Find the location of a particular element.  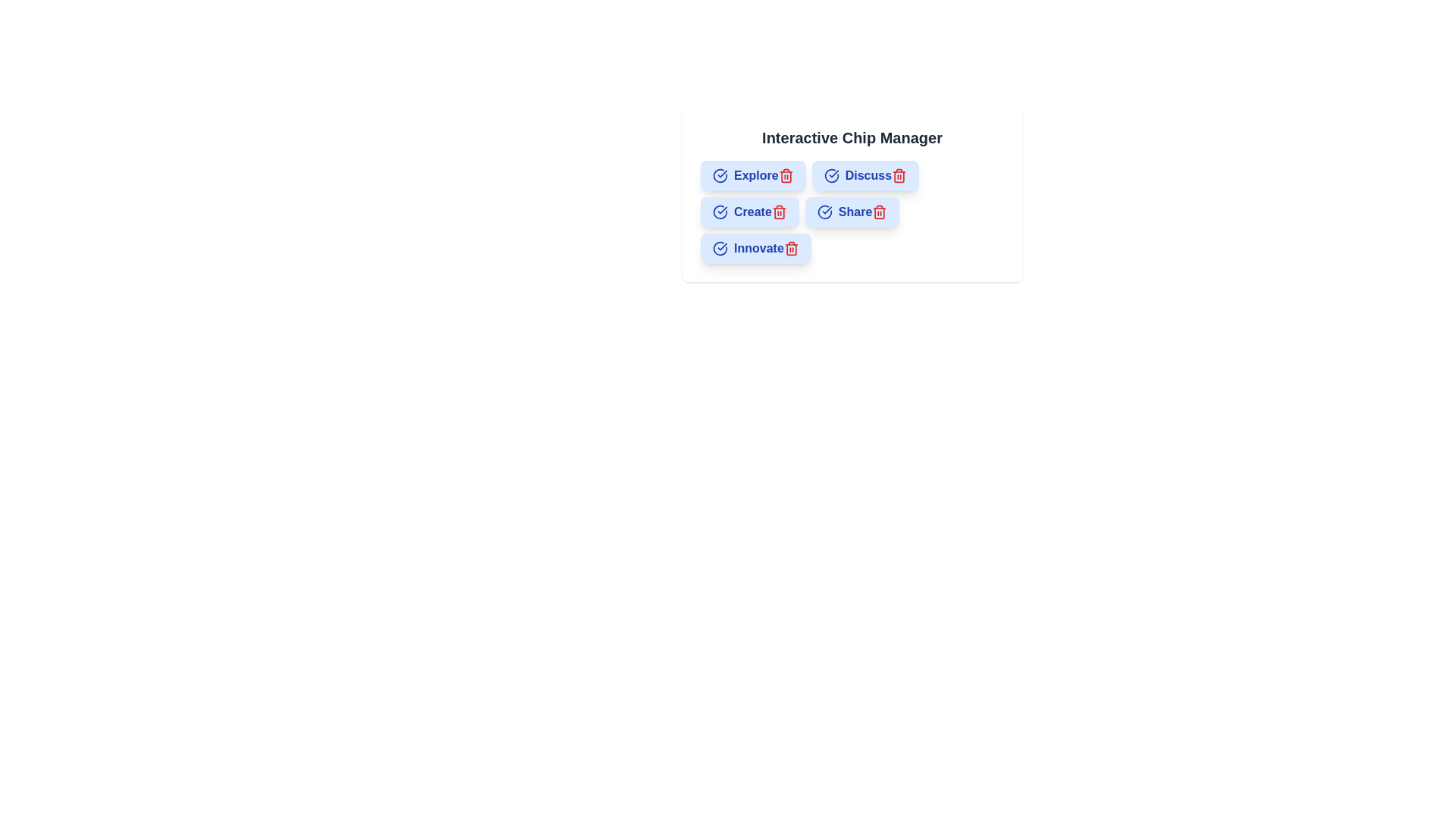

the trash icon of the chip labeled Share to remove it is located at coordinates (880, 212).